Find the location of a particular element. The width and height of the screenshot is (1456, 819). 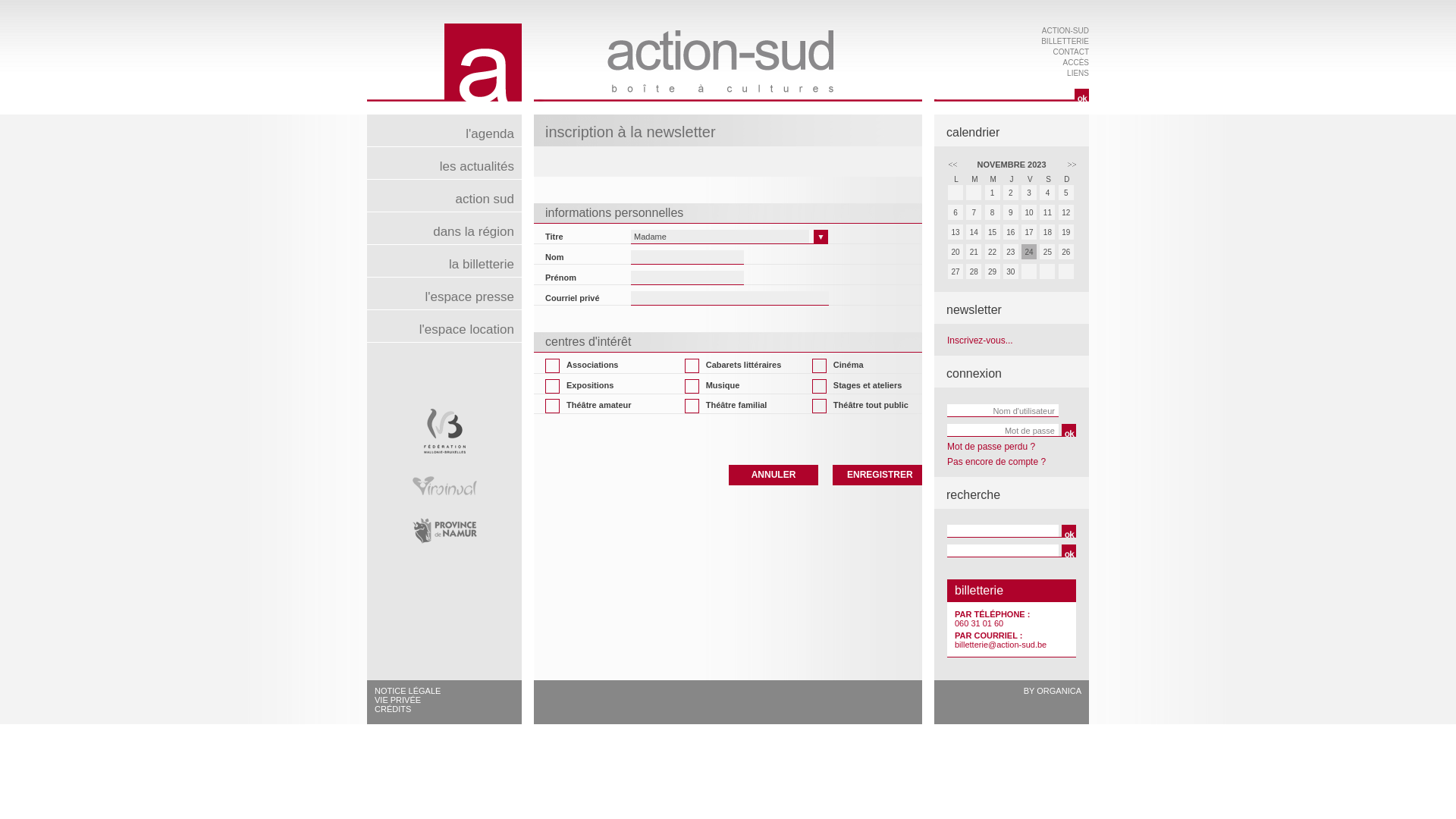

'Mot de passe perdu ?' is located at coordinates (990, 446).